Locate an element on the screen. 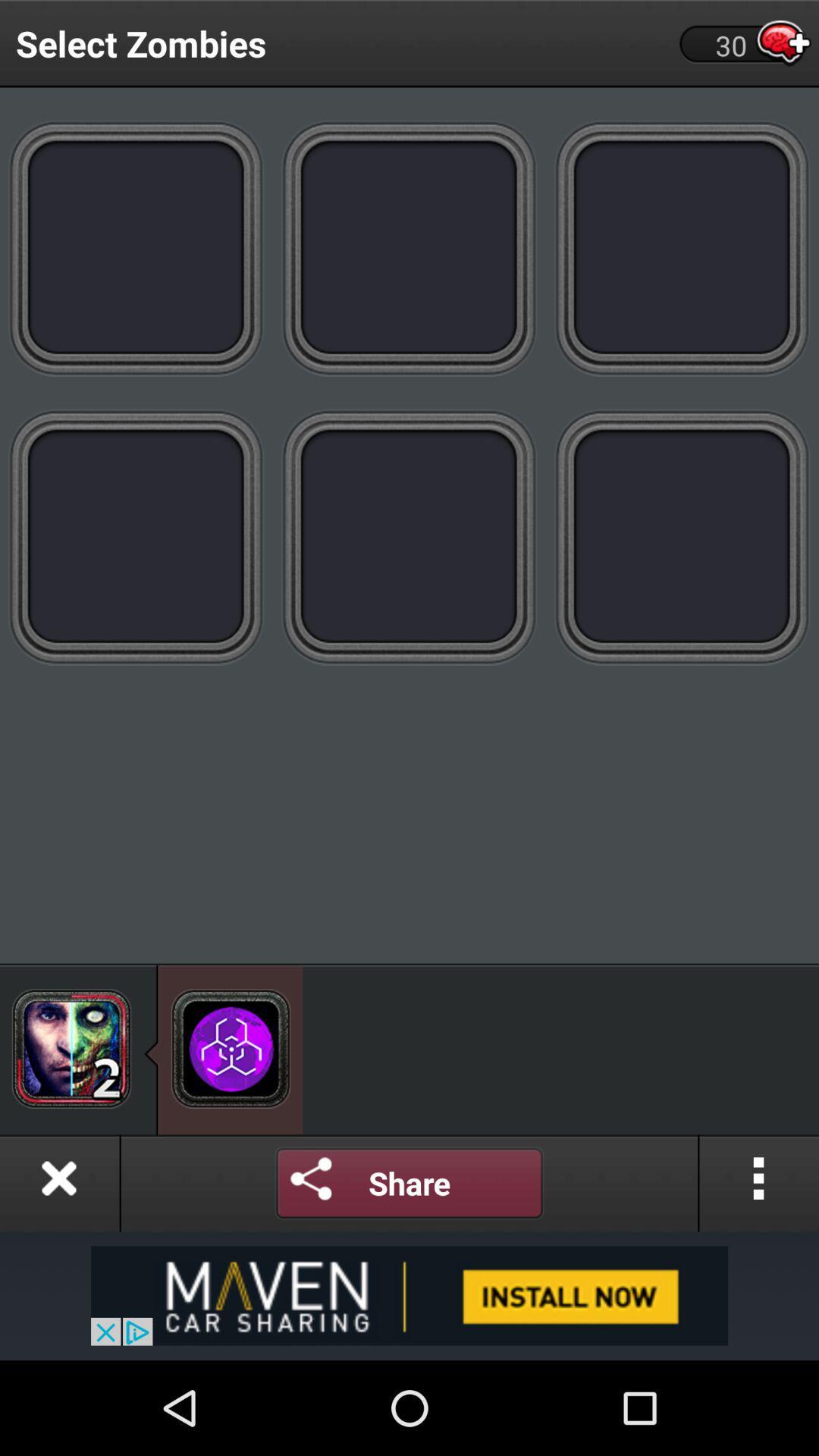 The width and height of the screenshot is (819, 1456). slot 2 is located at coordinates (409, 247).